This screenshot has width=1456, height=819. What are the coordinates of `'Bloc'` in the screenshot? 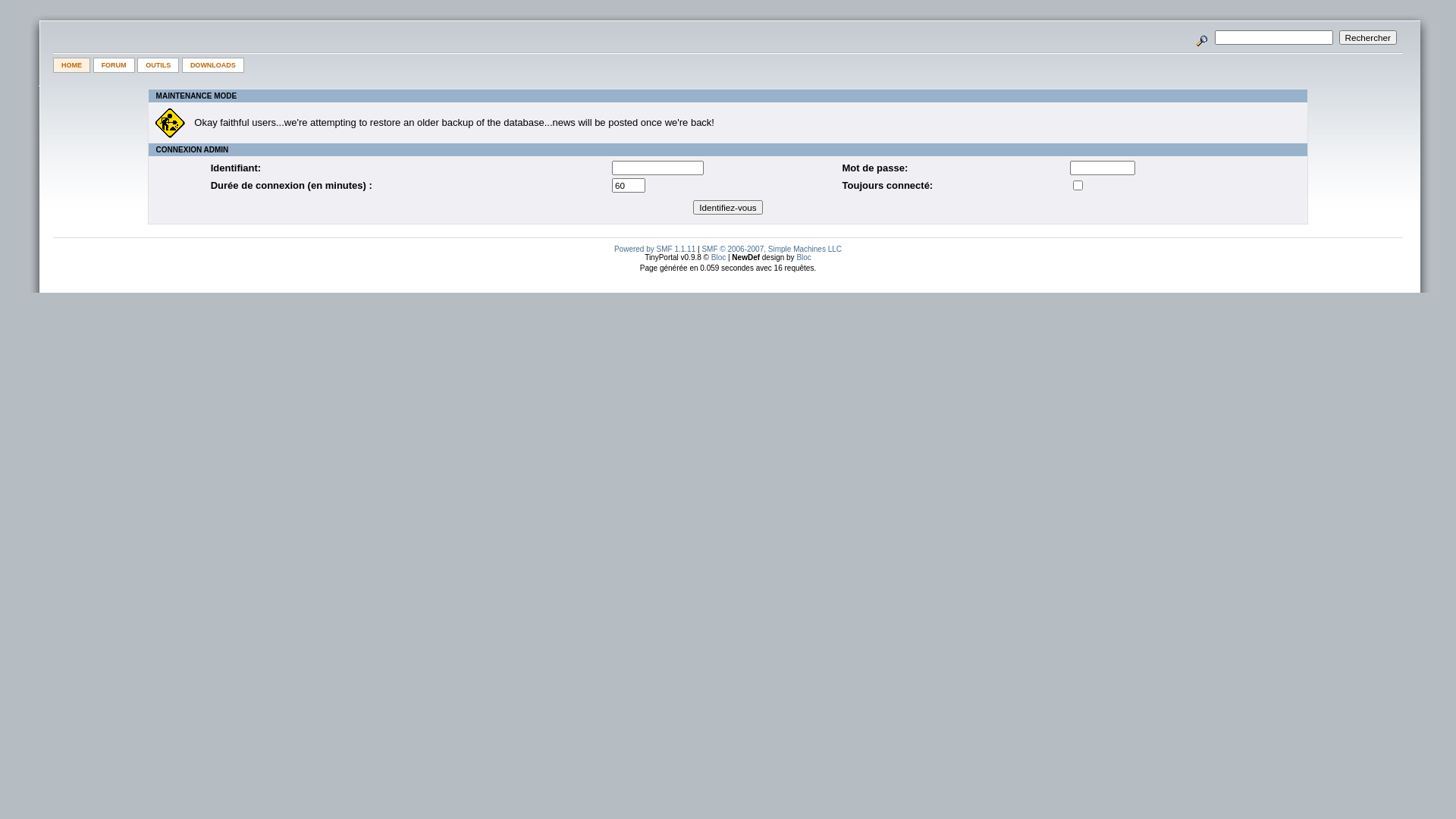 It's located at (802, 256).